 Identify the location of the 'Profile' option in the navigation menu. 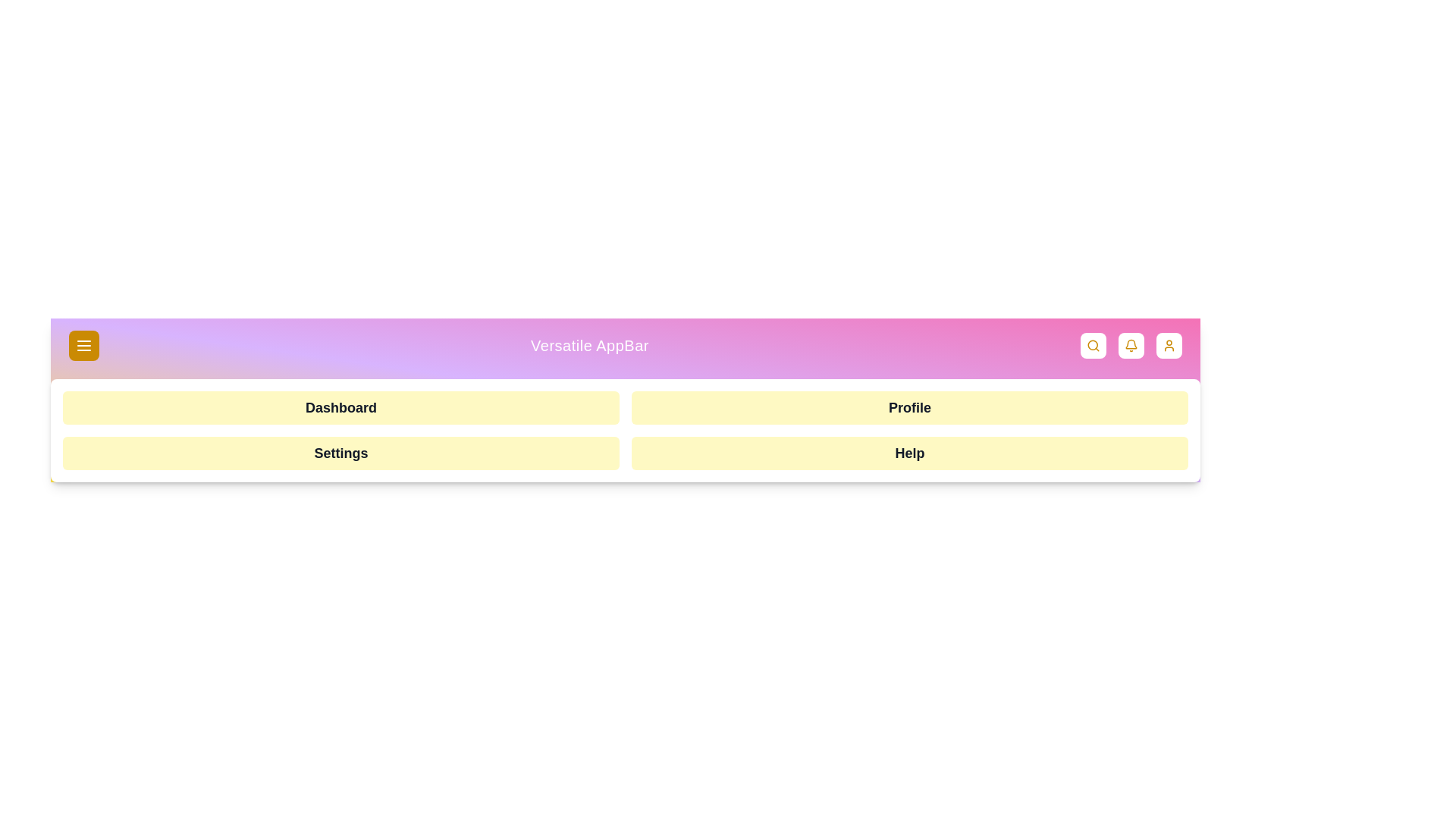
(910, 406).